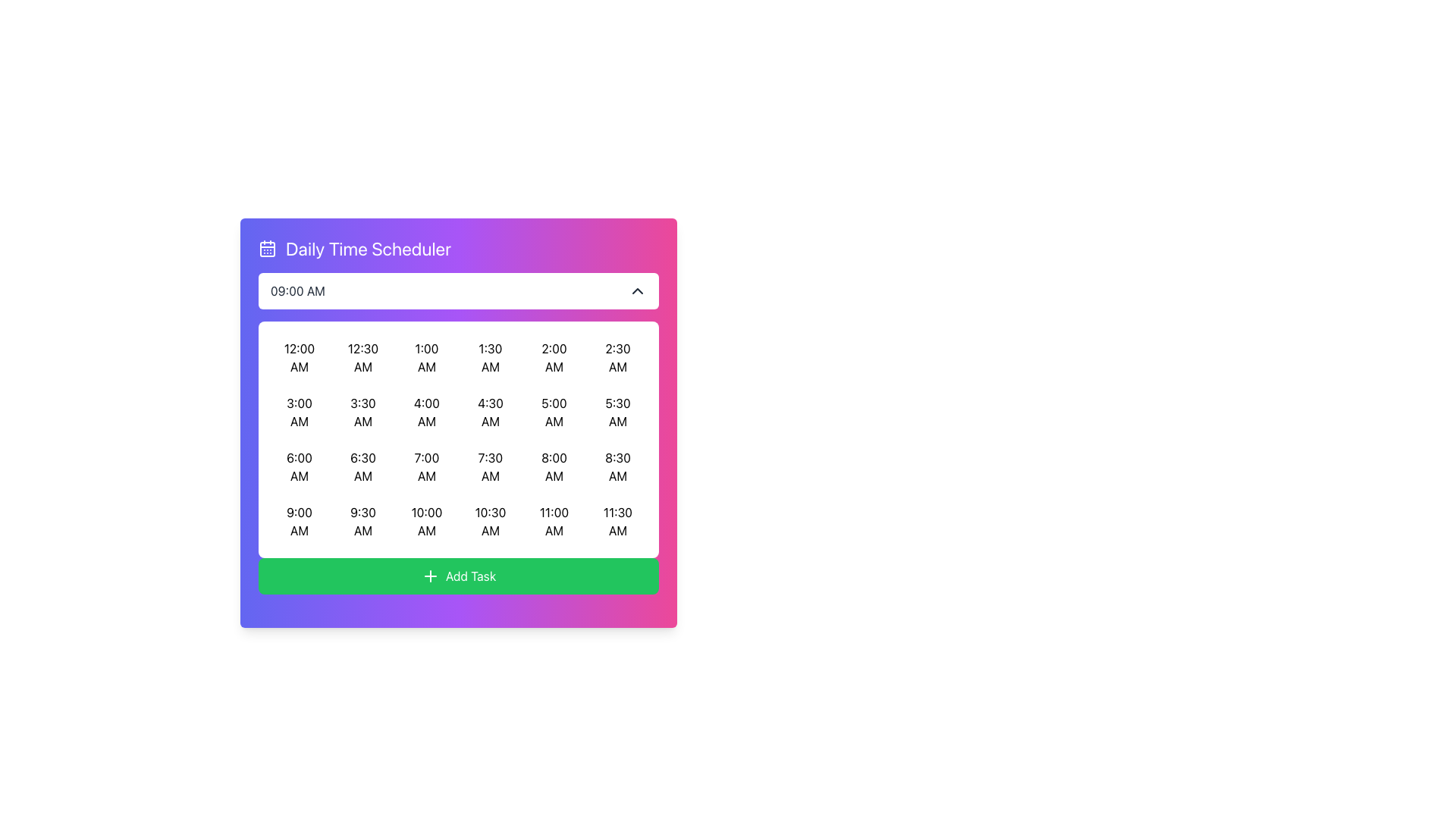 This screenshot has height=819, width=1456. I want to click on the rectangular button labeled '11:00 AM', so click(553, 520).